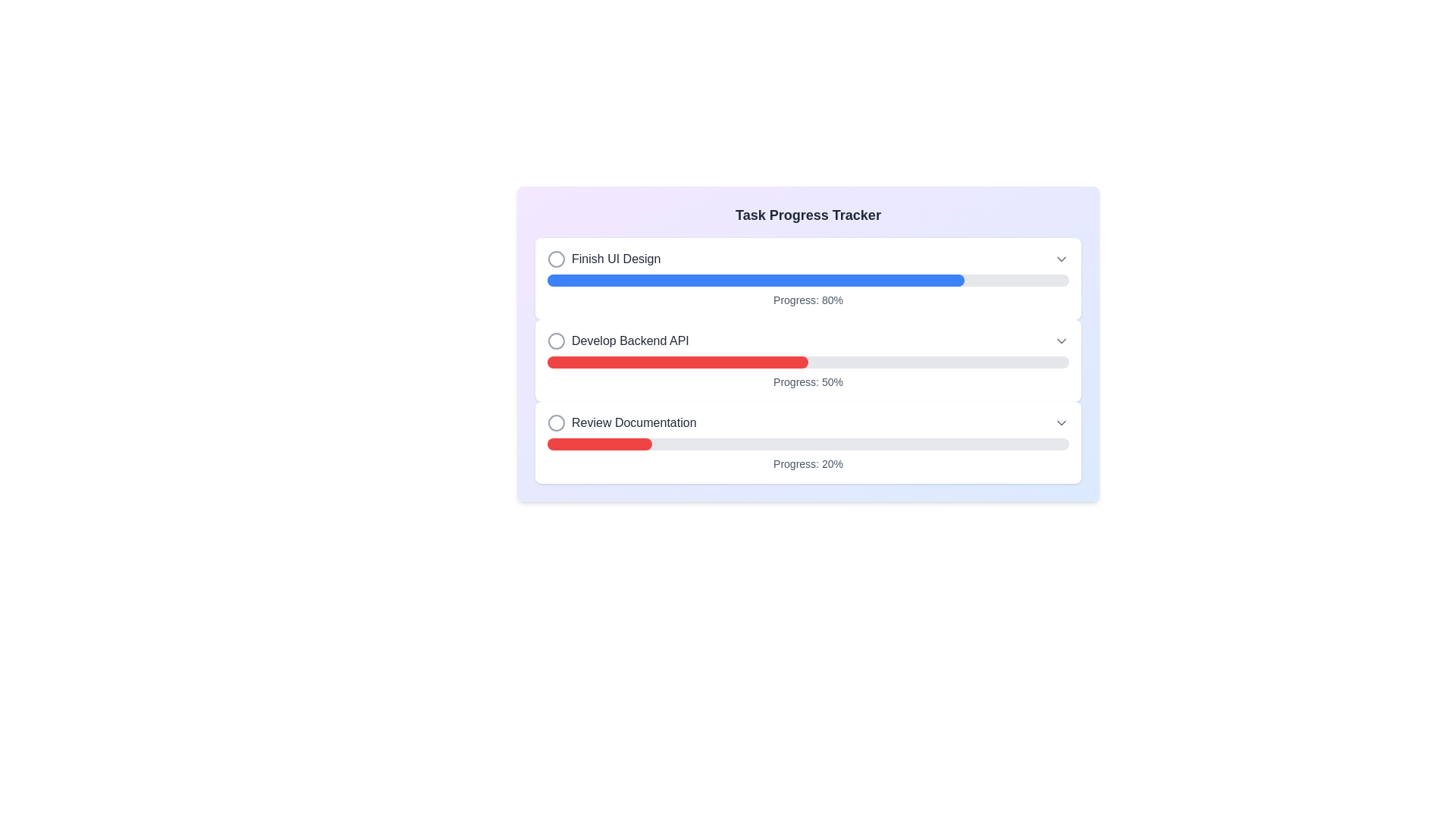 The width and height of the screenshot is (1456, 819). I want to click on the circular icon located on the left side of the 'Develop Backend API' task row, which serves as a task status indicator, so click(556, 341).